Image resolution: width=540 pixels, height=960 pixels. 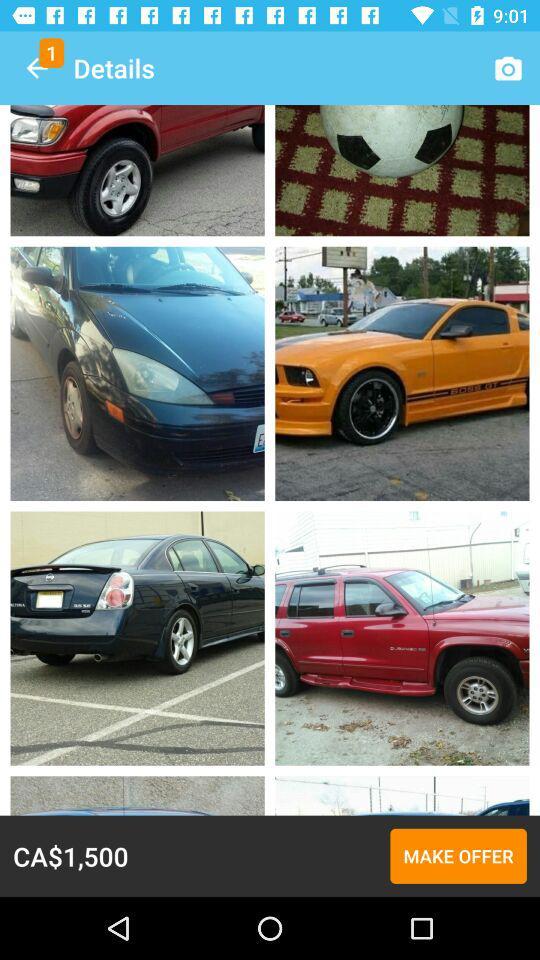 I want to click on the item to the right of the ca$1,500 icon, so click(x=458, y=855).